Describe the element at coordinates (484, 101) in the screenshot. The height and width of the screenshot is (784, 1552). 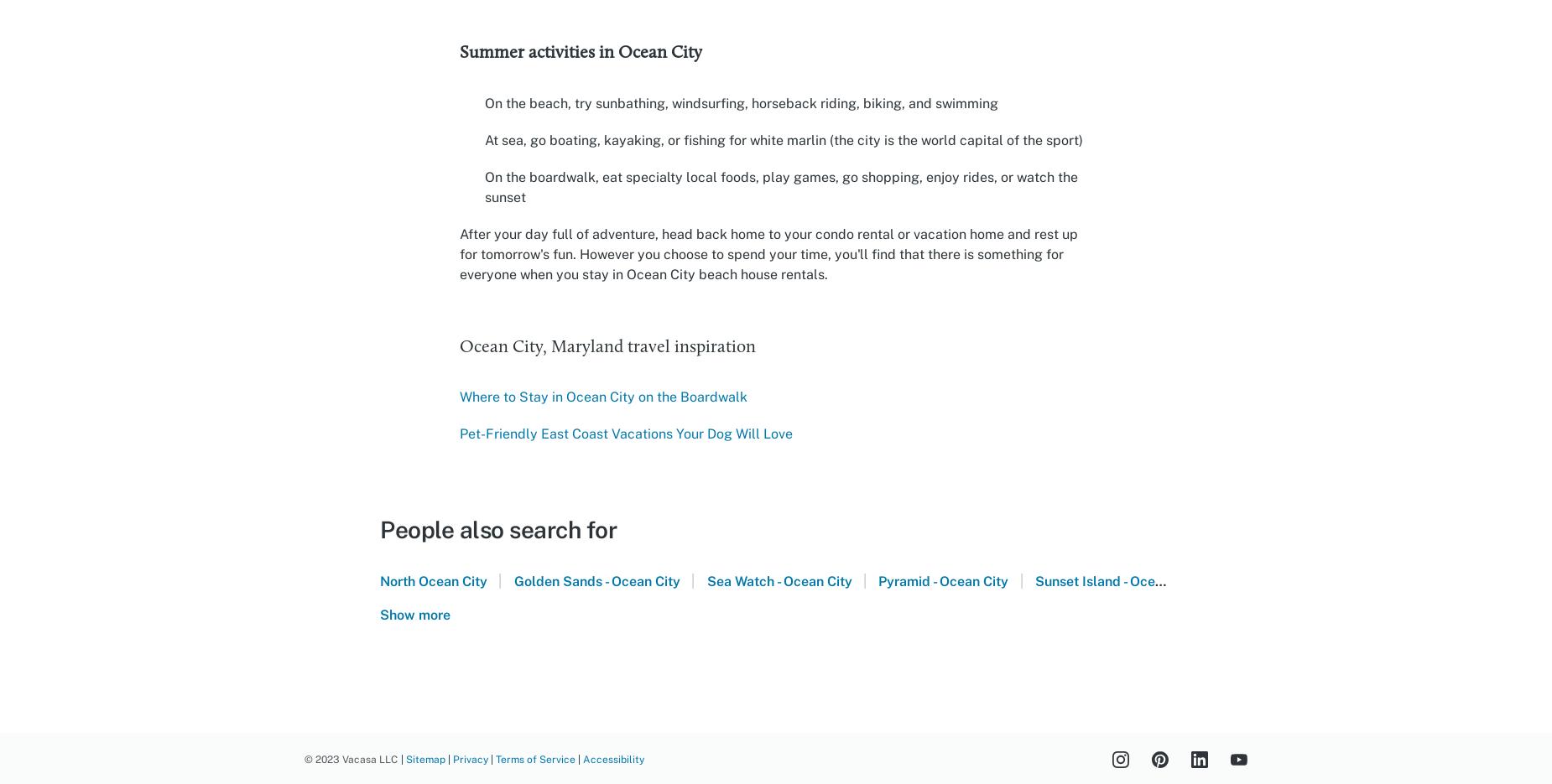
I see `'On the beach, try sunbathing, windsurfing, horseback riding, biking, and swimming'` at that location.